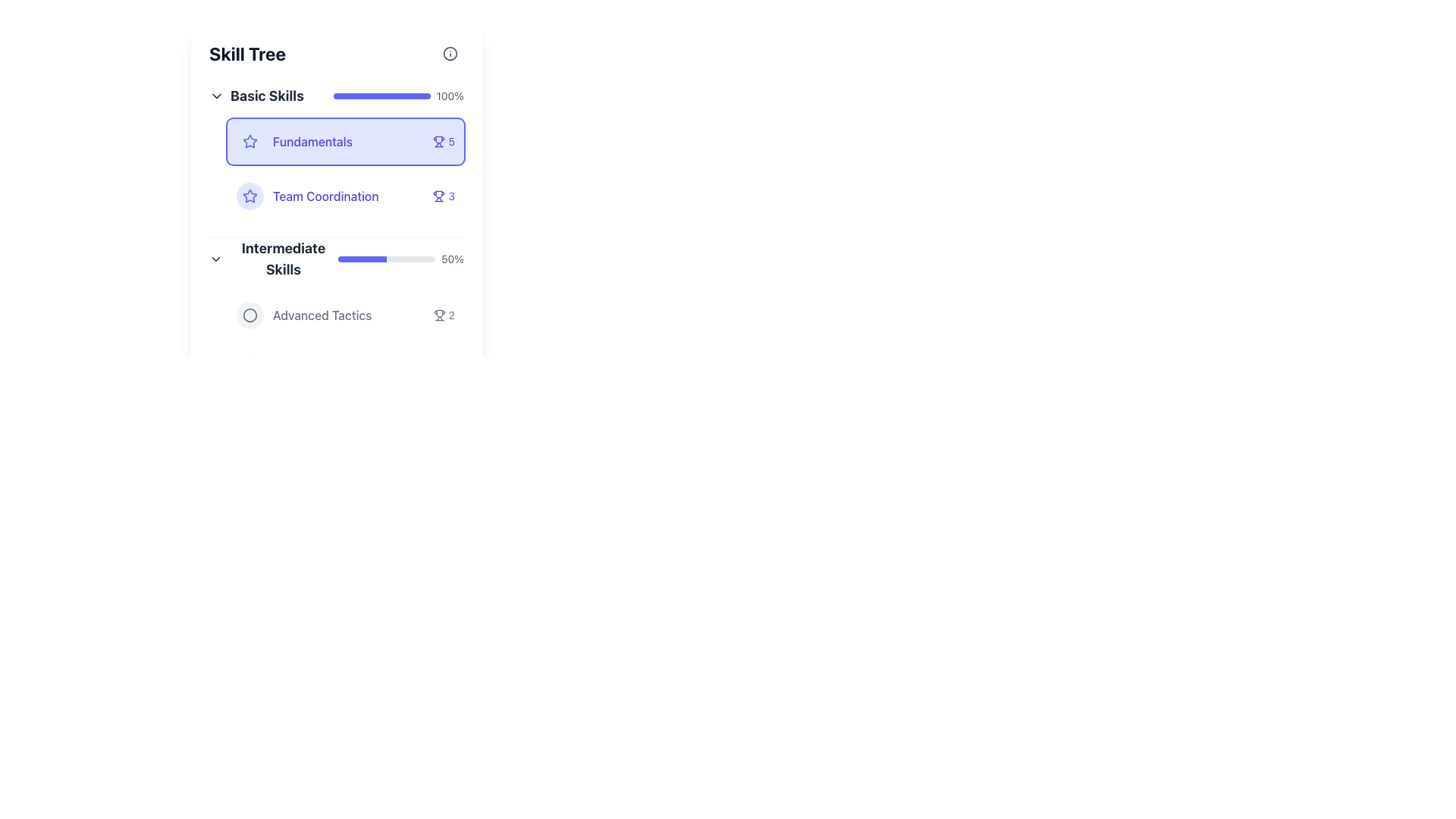 This screenshot has width=1456, height=819. I want to click on the 'Fundamentals' Text label under the 'Basic Skills' section in the skill tree layout, which includes a star icon and a score or rating, so click(336, 152).